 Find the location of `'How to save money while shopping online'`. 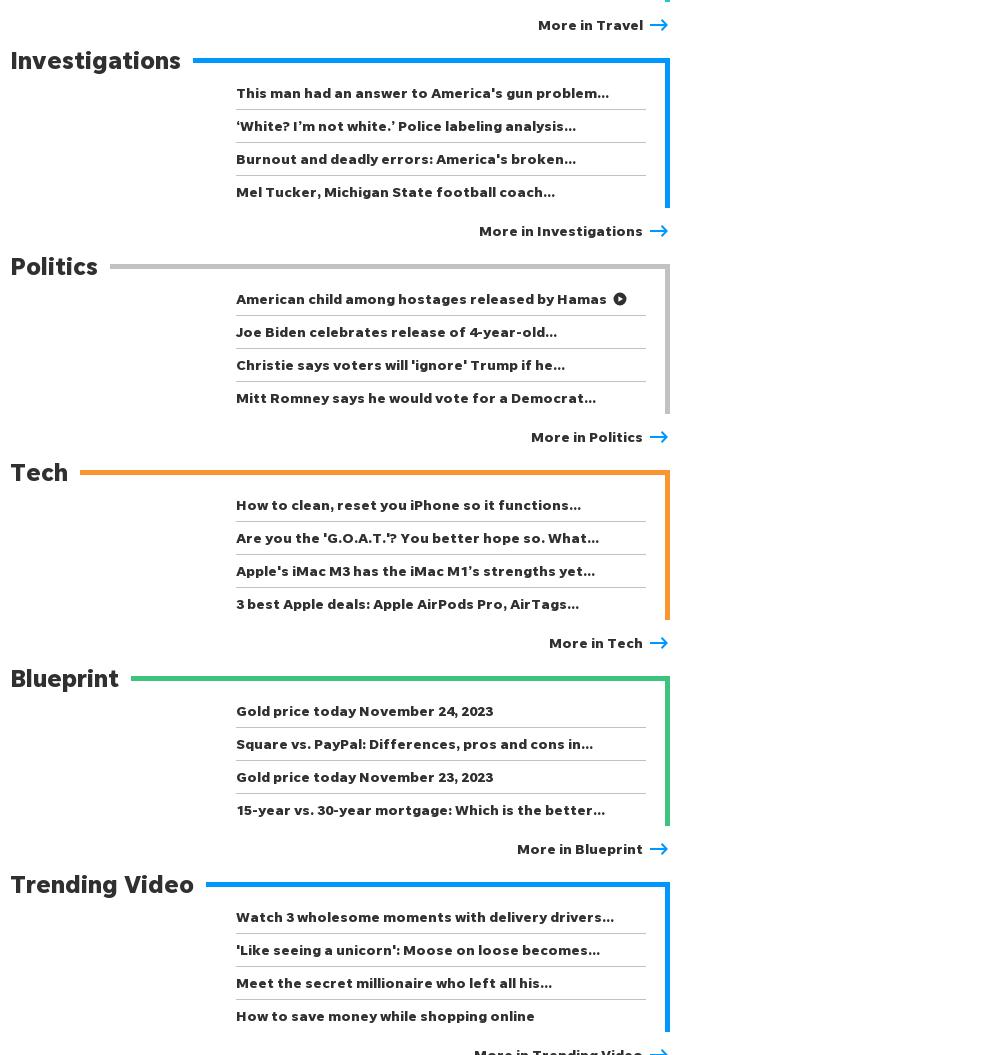

'How to save money while shopping online' is located at coordinates (385, 1014).